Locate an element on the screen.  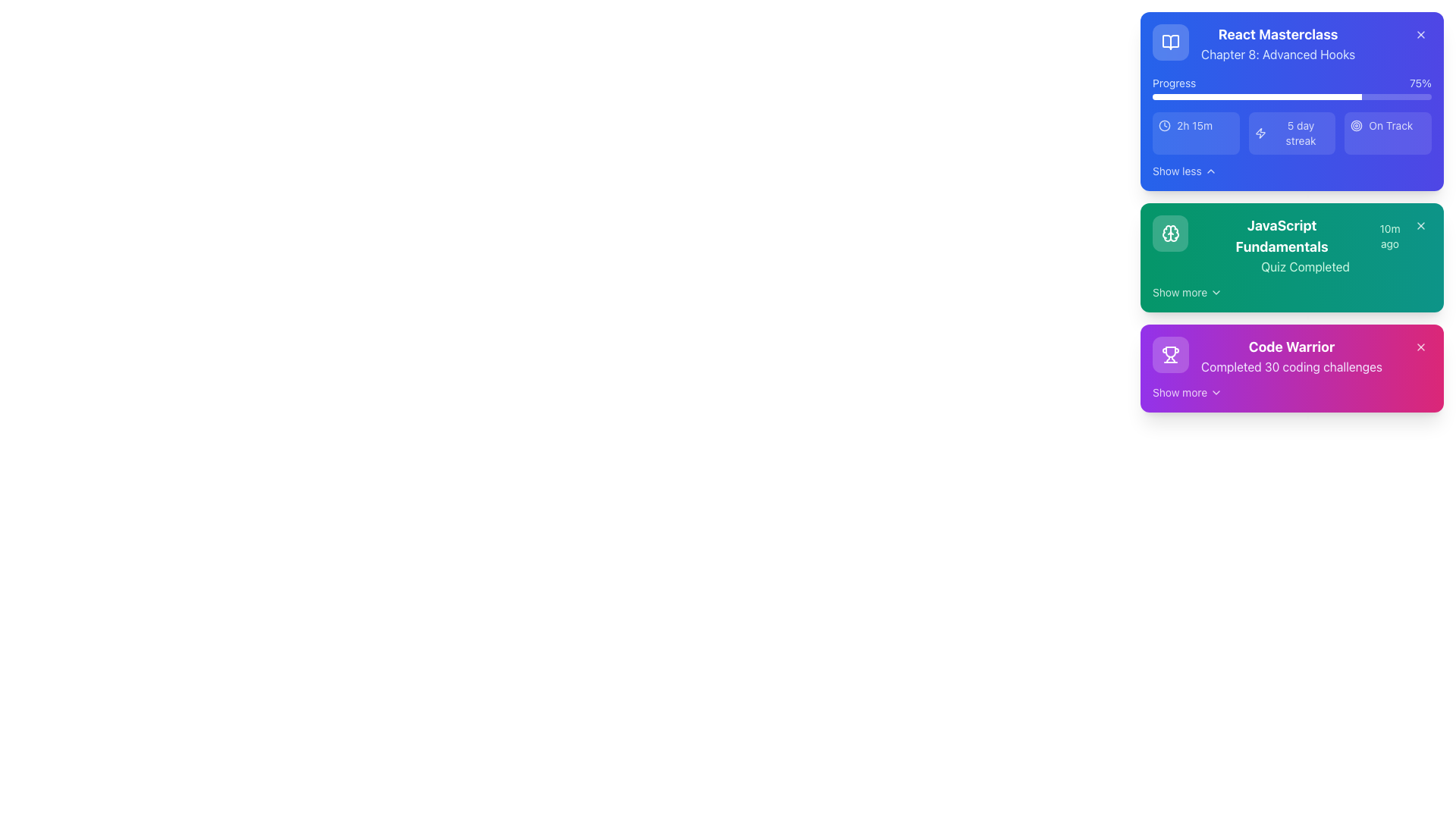
the outer circular component of the clock icon located at the top-left area of the 'React Masterclass' card, which signifies a time-related concept is located at coordinates (1164, 124).